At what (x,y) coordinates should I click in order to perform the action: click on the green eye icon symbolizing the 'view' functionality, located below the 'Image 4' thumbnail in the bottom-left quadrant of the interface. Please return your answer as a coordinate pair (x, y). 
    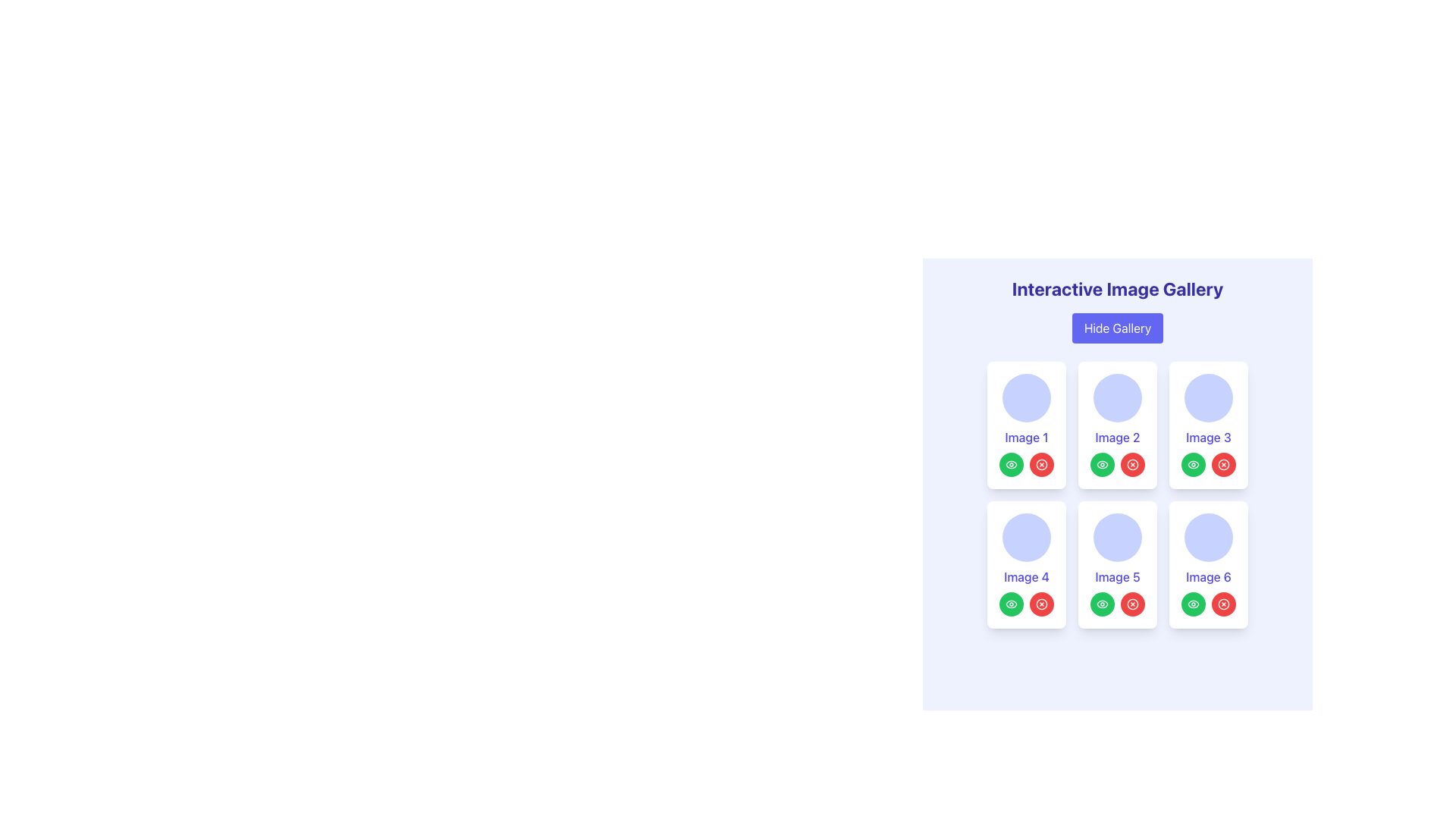
    Looking at the image, I should click on (1012, 604).